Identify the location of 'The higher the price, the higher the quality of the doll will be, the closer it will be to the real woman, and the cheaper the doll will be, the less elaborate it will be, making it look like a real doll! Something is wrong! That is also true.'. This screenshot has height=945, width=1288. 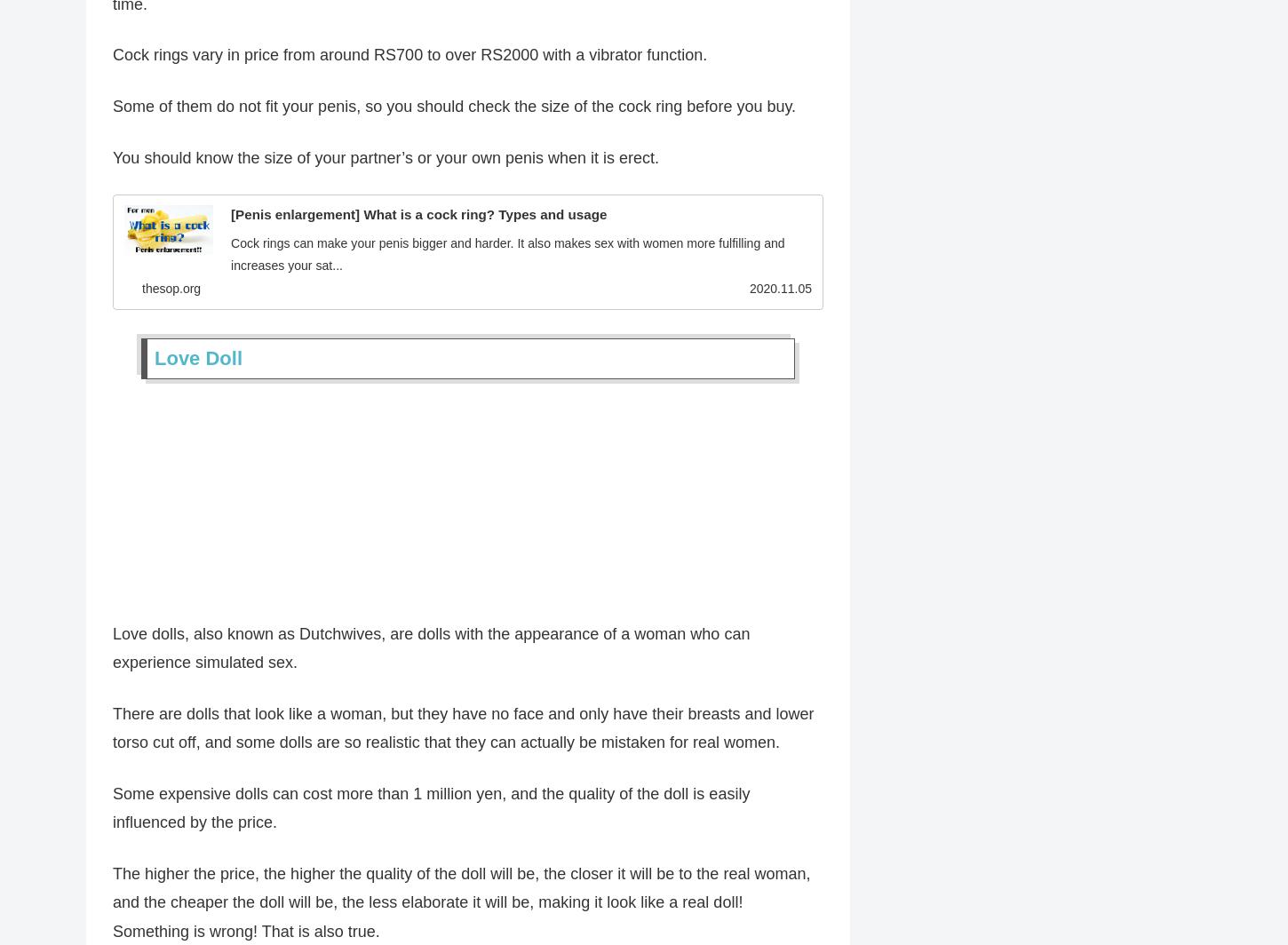
(461, 906).